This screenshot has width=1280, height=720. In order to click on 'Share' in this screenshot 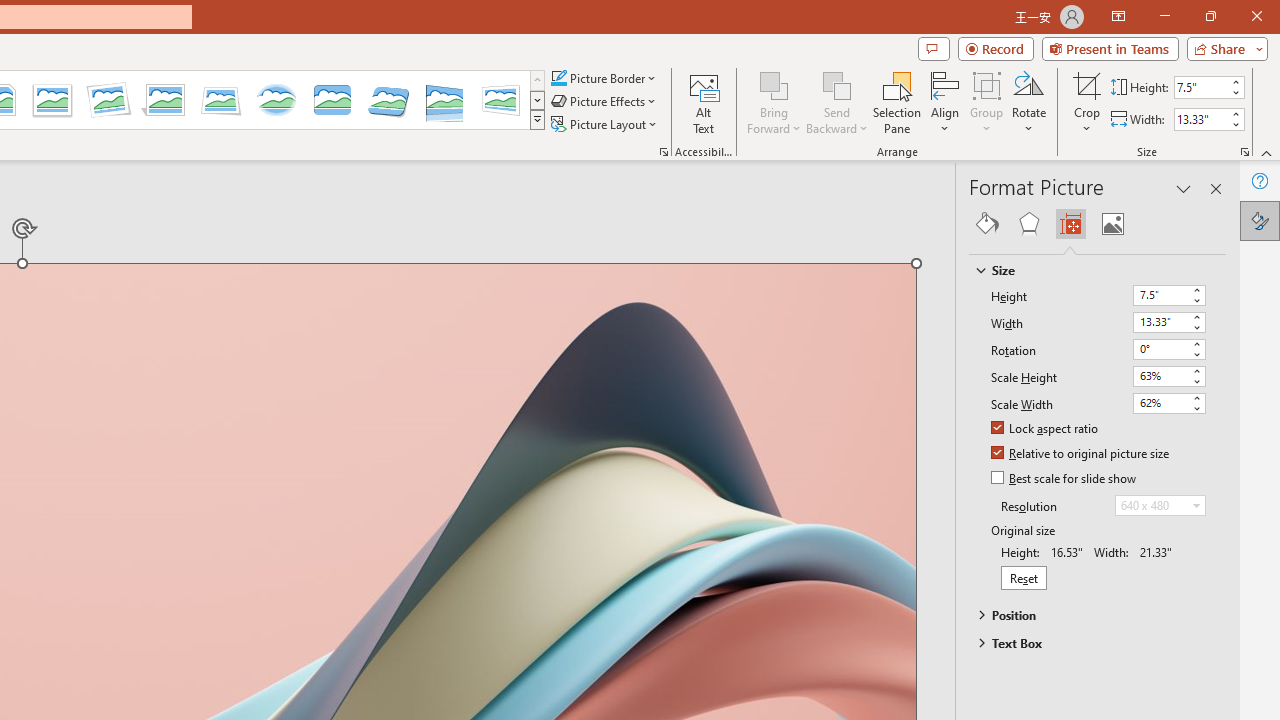, I will do `click(1222, 47)`.